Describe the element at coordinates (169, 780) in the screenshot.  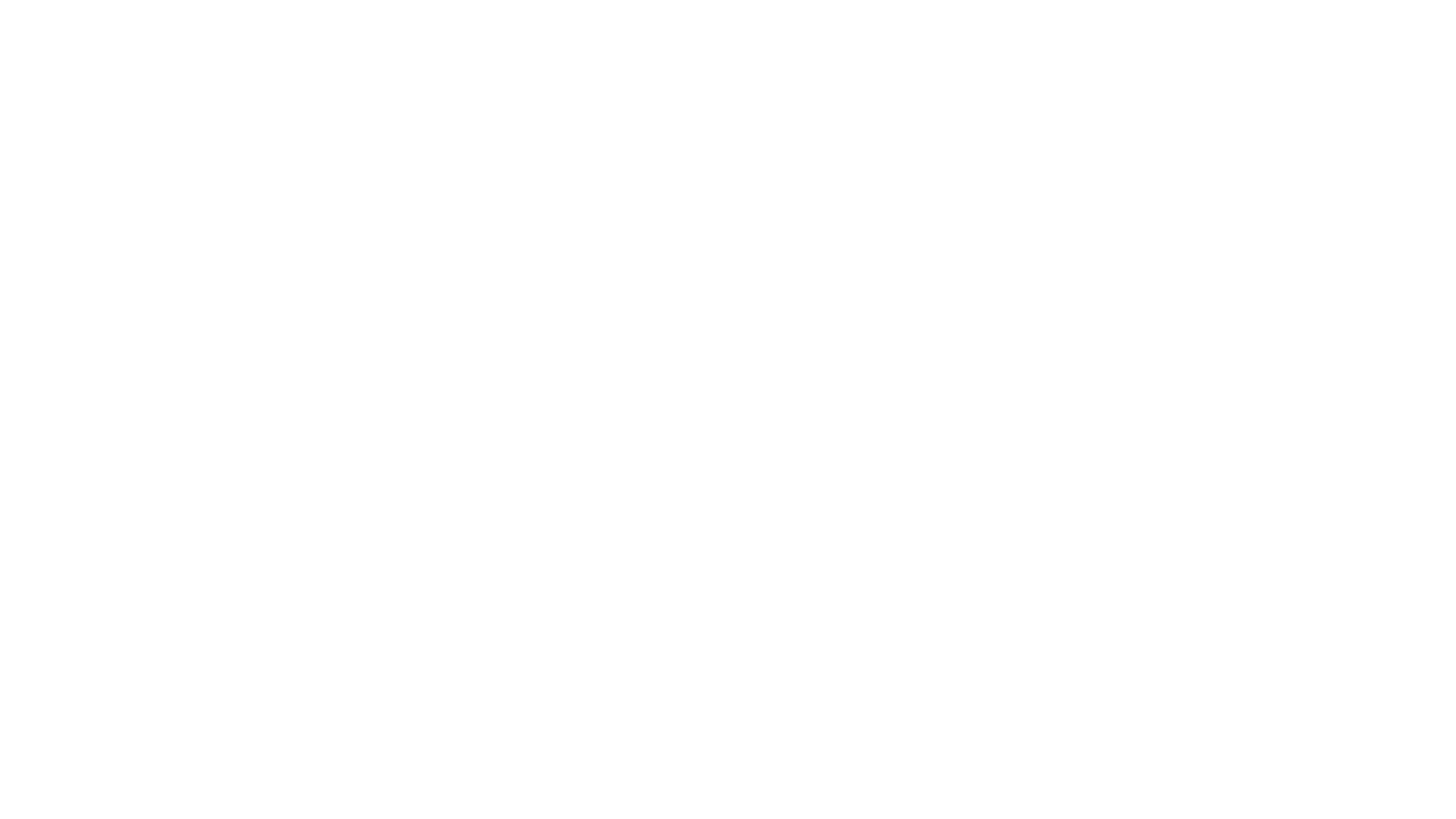
I see `Expand Life Sciences` at that location.